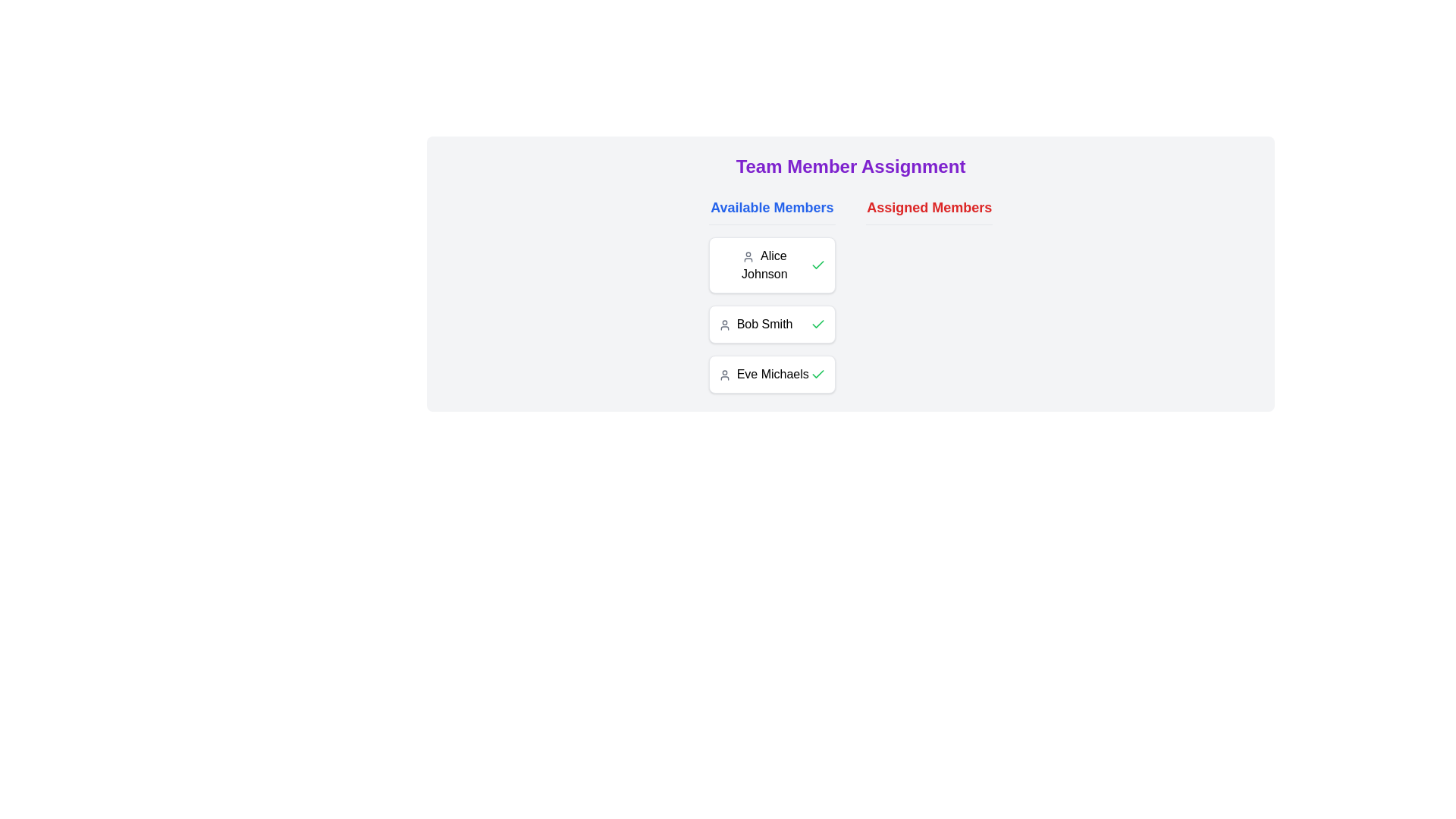 The image size is (1456, 819). What do you see at coordinates (755, 324) in the screenshot?
I see `the text label identifying the user 'Bob Smith' in the 'Available Members' column` at bounding box center [755, 324].